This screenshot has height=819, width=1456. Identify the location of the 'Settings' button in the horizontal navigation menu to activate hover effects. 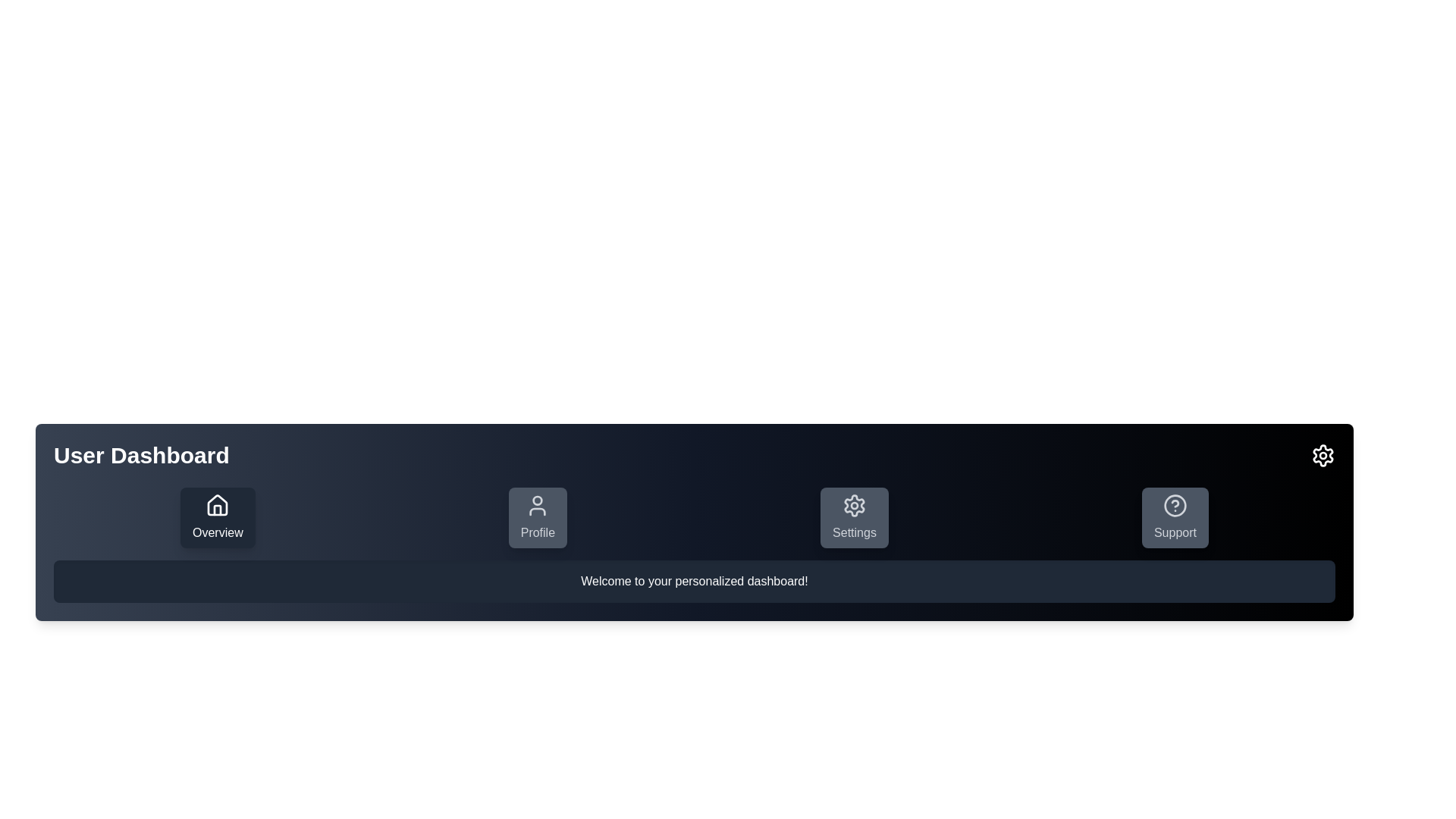
(855, 516).